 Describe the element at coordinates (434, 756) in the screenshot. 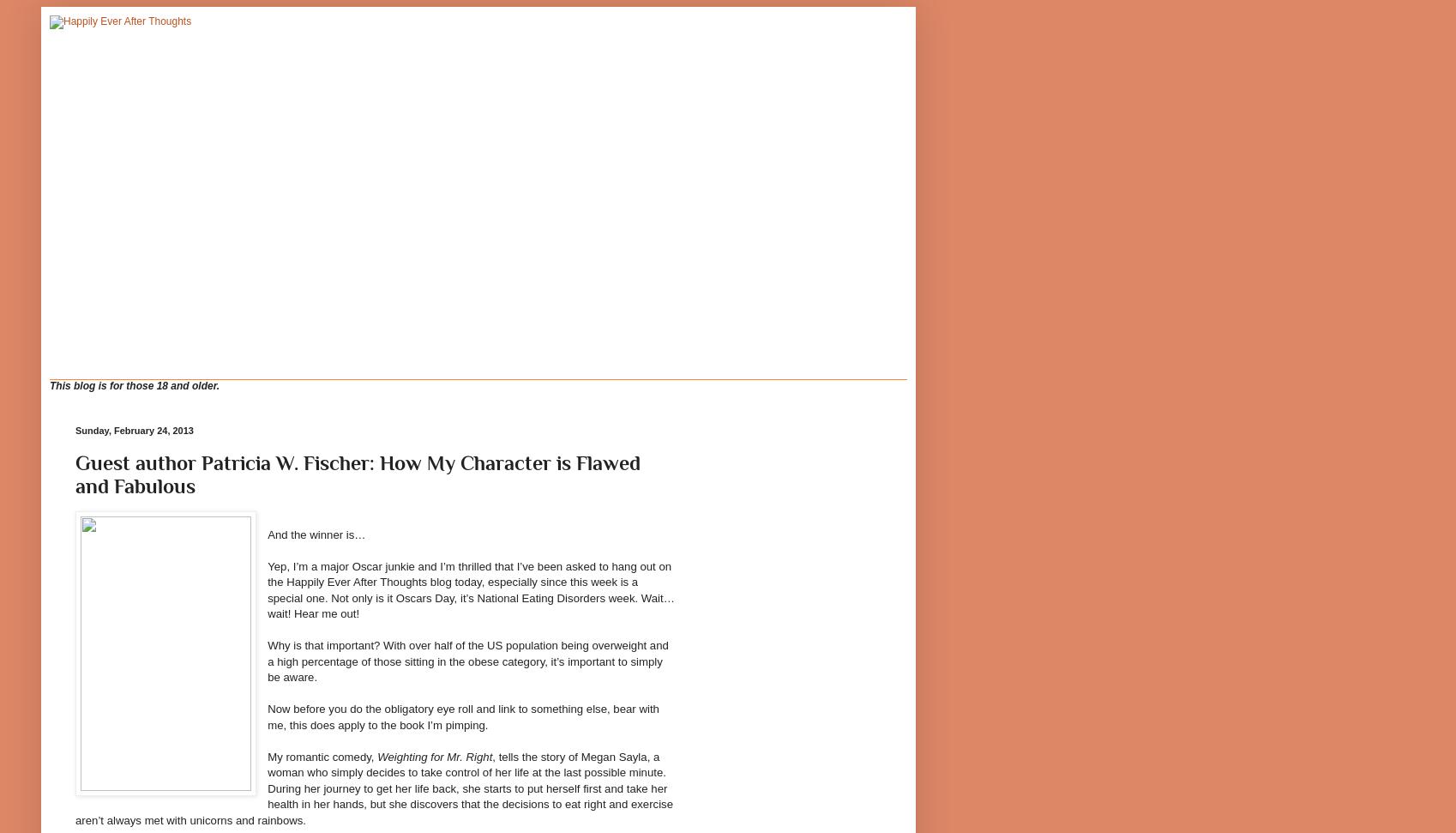

I see `'Weighting
for Mr. Right'` at that location.